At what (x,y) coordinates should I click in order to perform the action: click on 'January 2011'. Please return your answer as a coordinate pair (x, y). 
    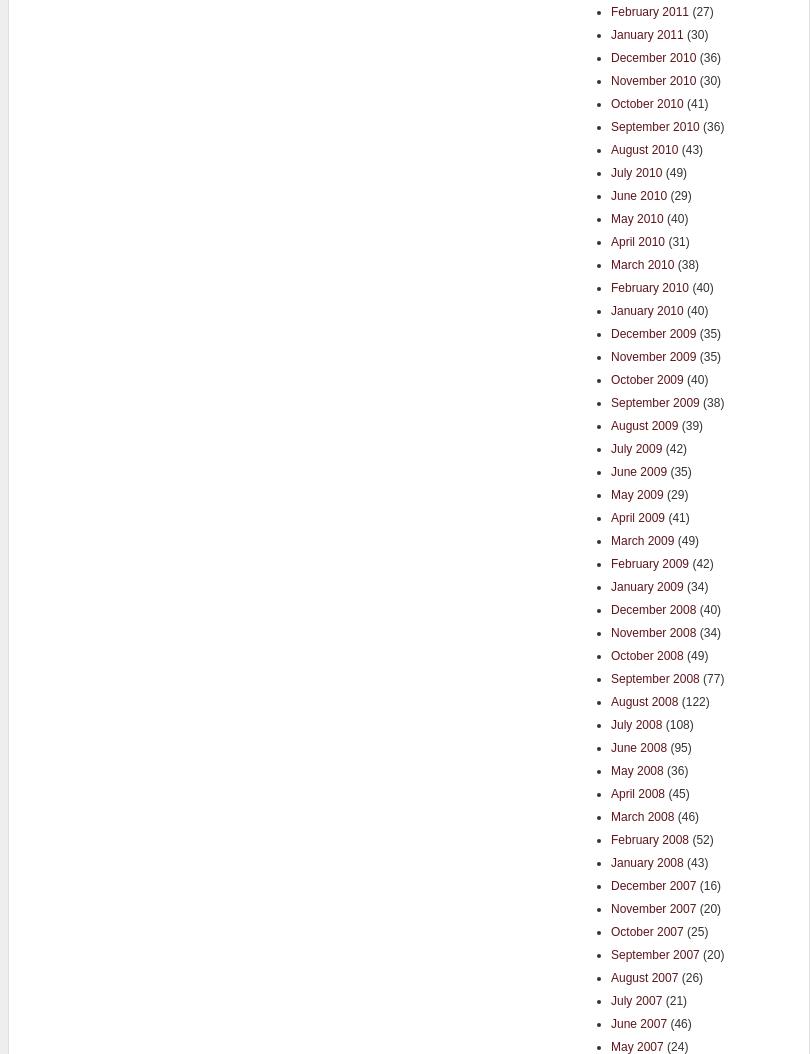
    Looking at the image, I should click on (646, 34).